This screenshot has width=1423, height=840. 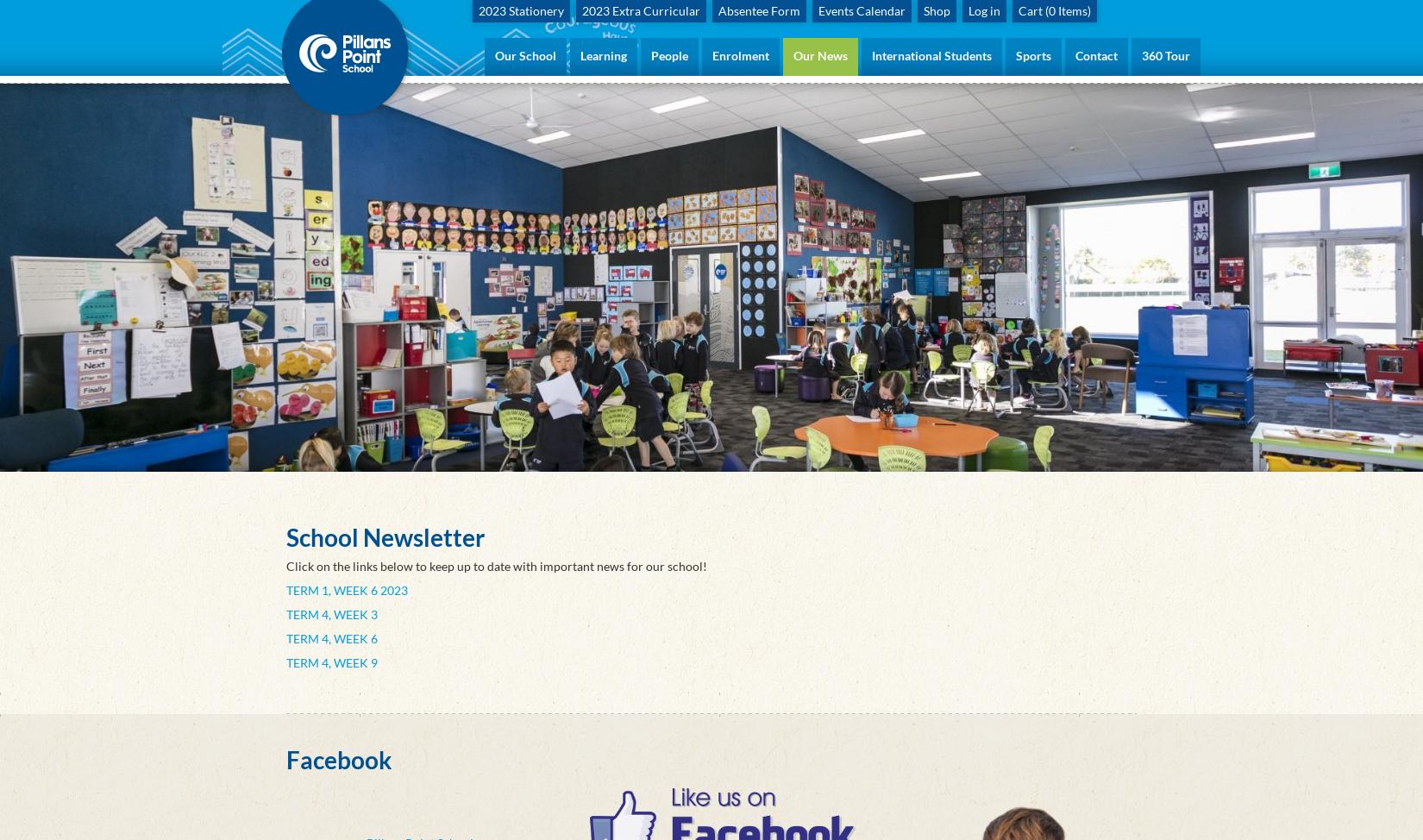 I want to click on 'Facebook', so click(x=339, y=759).